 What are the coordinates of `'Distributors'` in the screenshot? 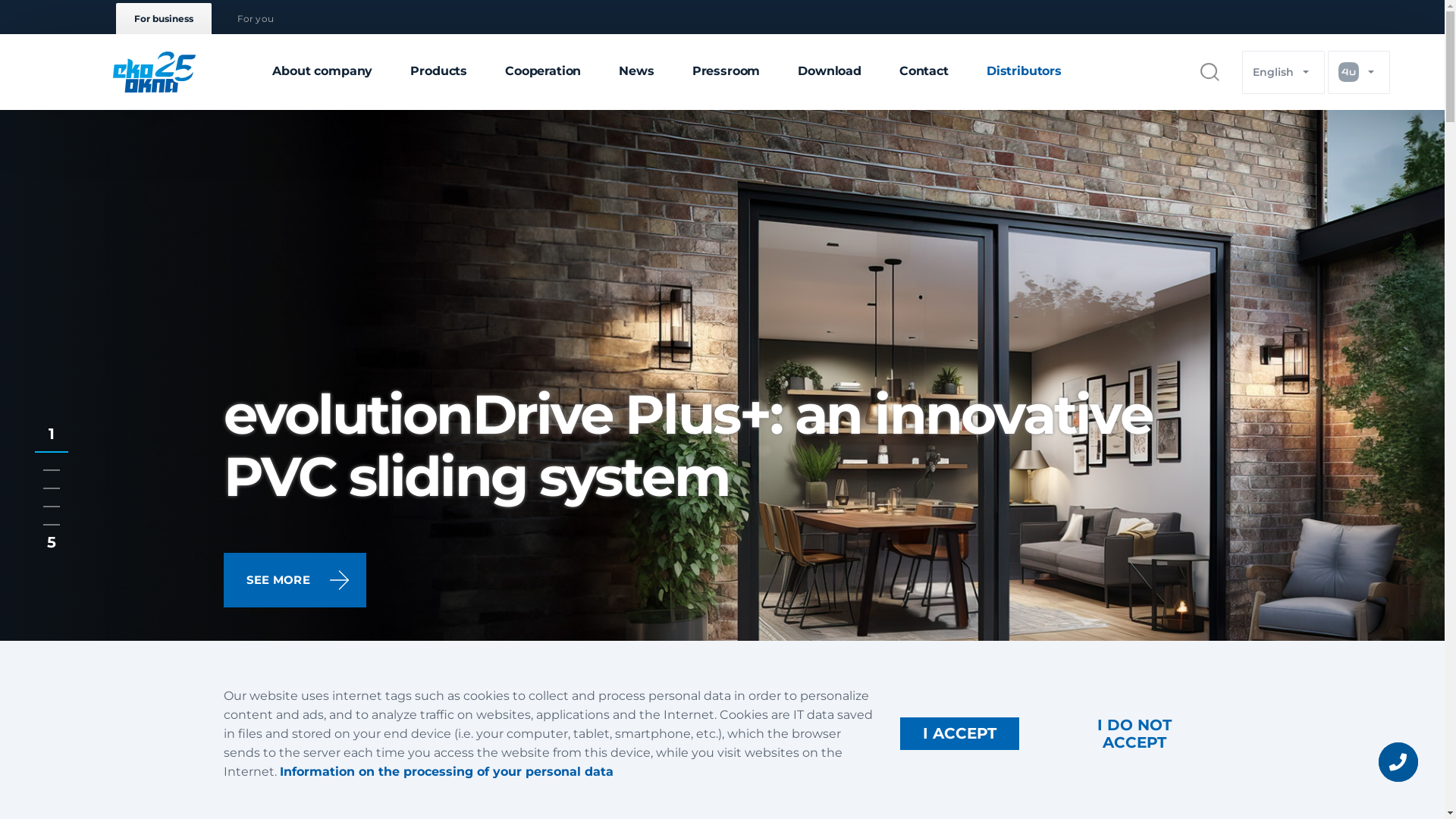 It's located at (1024, 72).